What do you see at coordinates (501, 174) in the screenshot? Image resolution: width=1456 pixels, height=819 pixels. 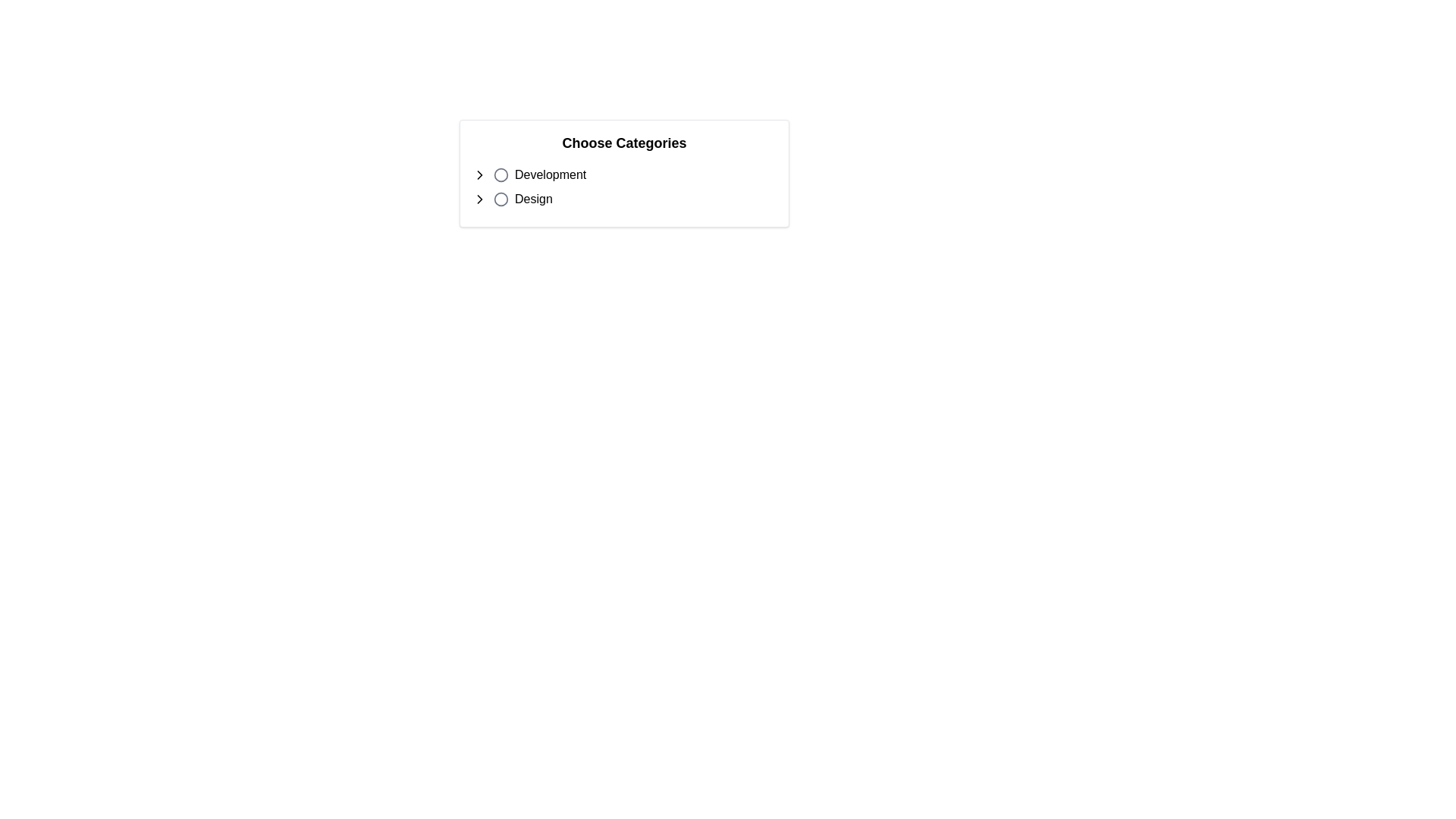 I see `the radio button styled as a circular button with a gray outline, located next to the text 'Development'` at bounding box center [501, 174].